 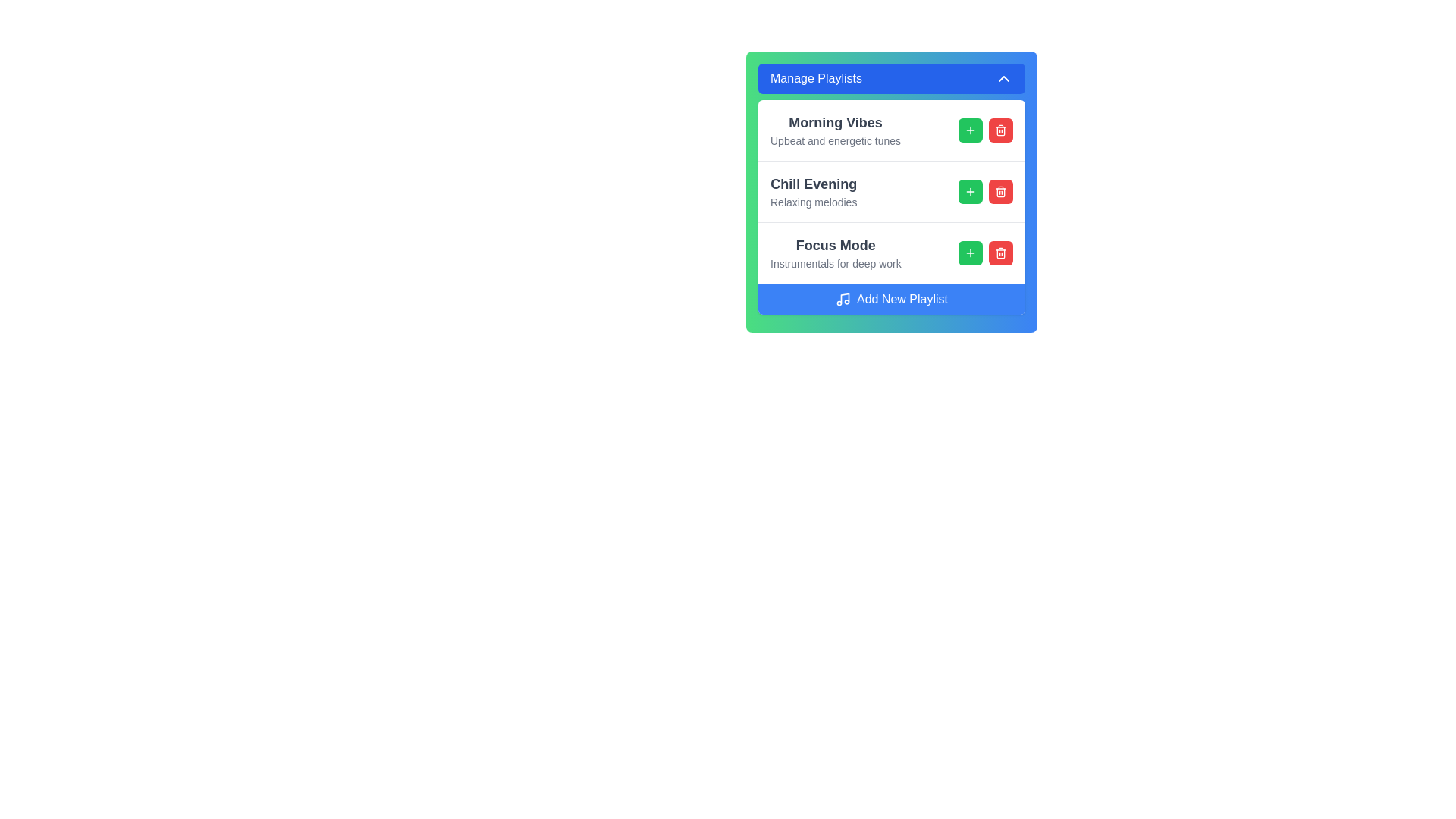 I want to click on the text block that serves as the title and subtitle for the 'Focus Mode' playlist item, located in the third item of the vertical playlist section, so click(x=835, y=253).